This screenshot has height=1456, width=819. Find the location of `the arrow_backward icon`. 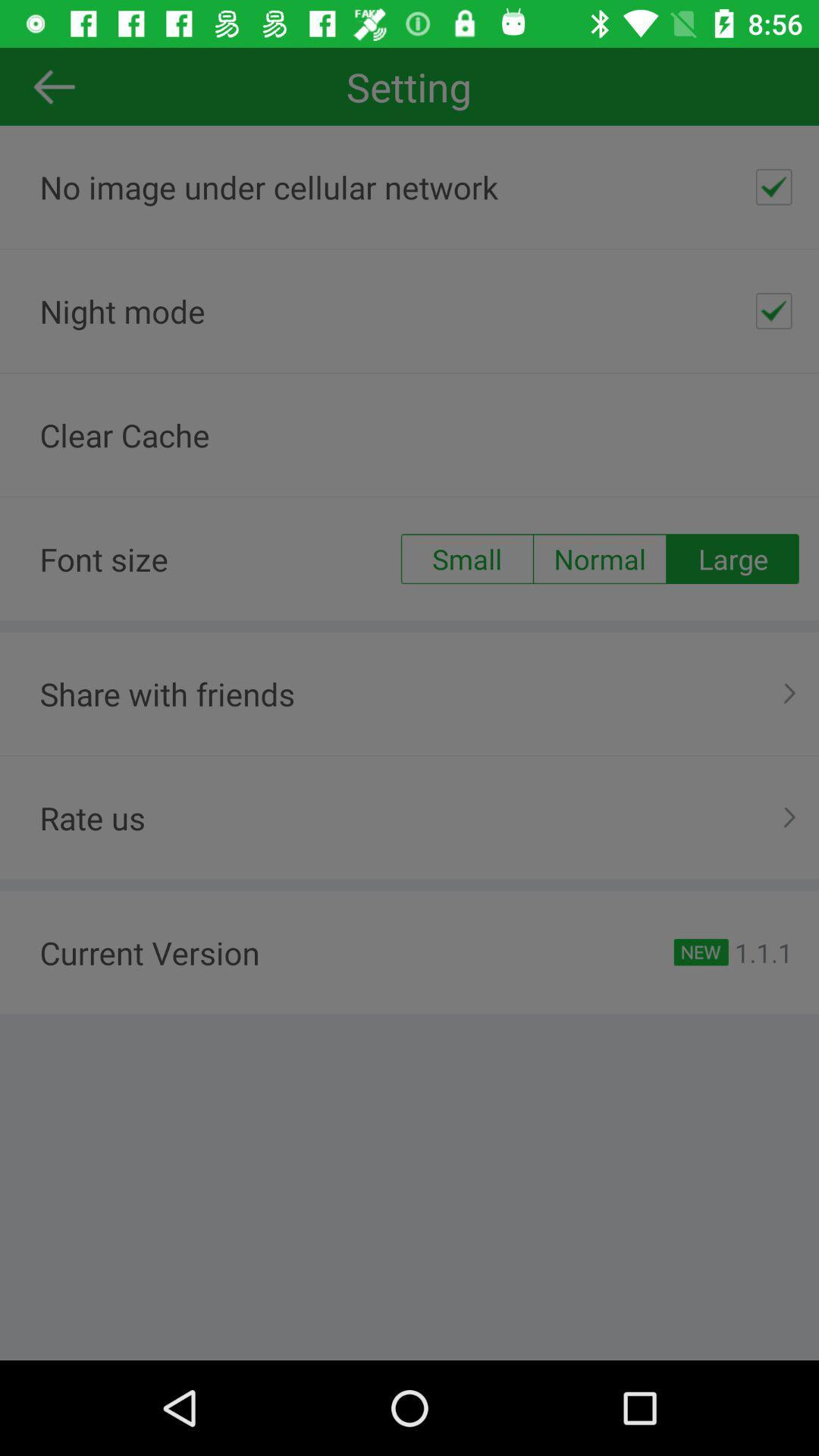

the arrow_backward icon is located at coordinates (53, 86).